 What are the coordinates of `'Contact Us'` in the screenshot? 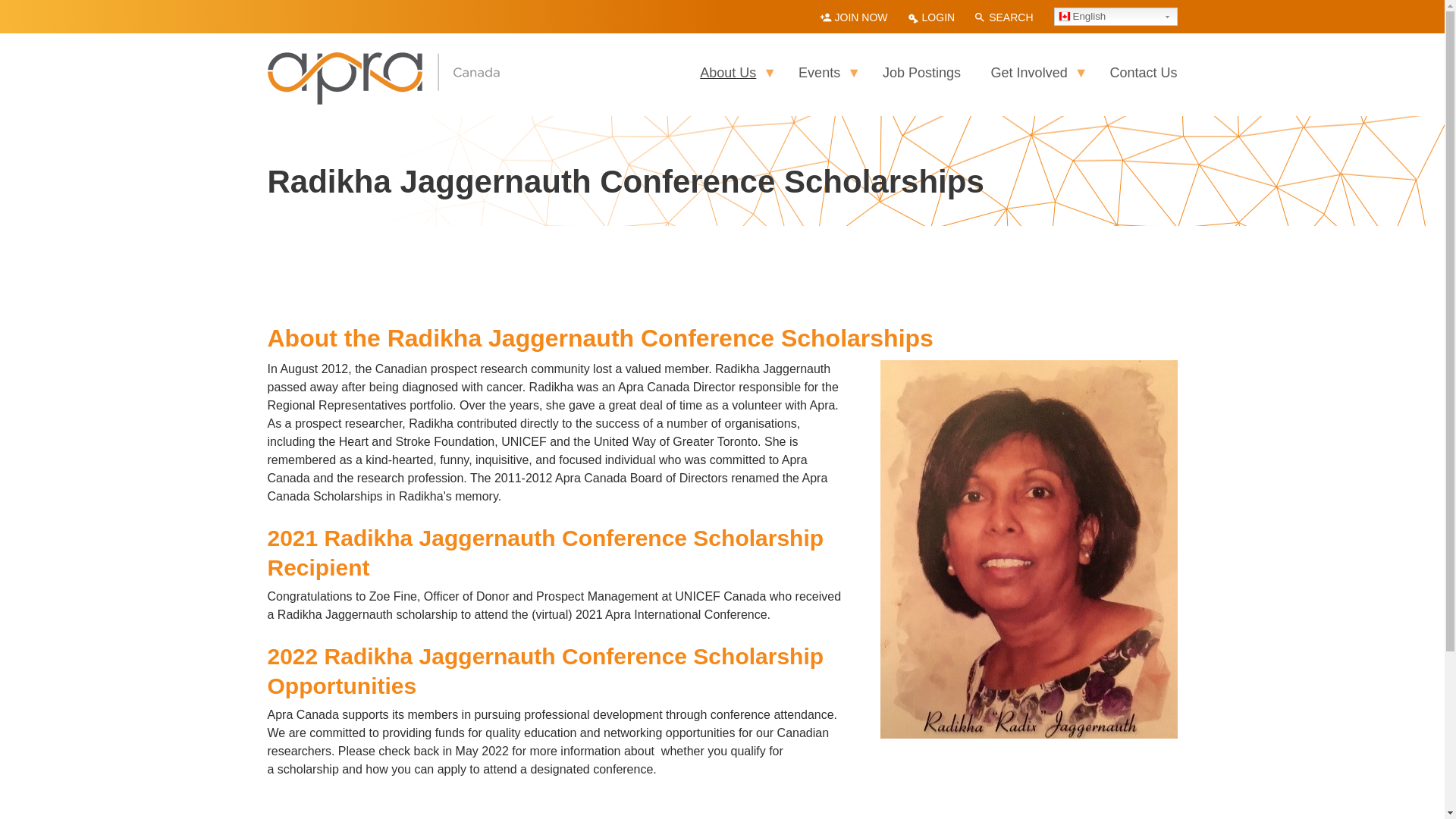 It's located at (1136, 73).